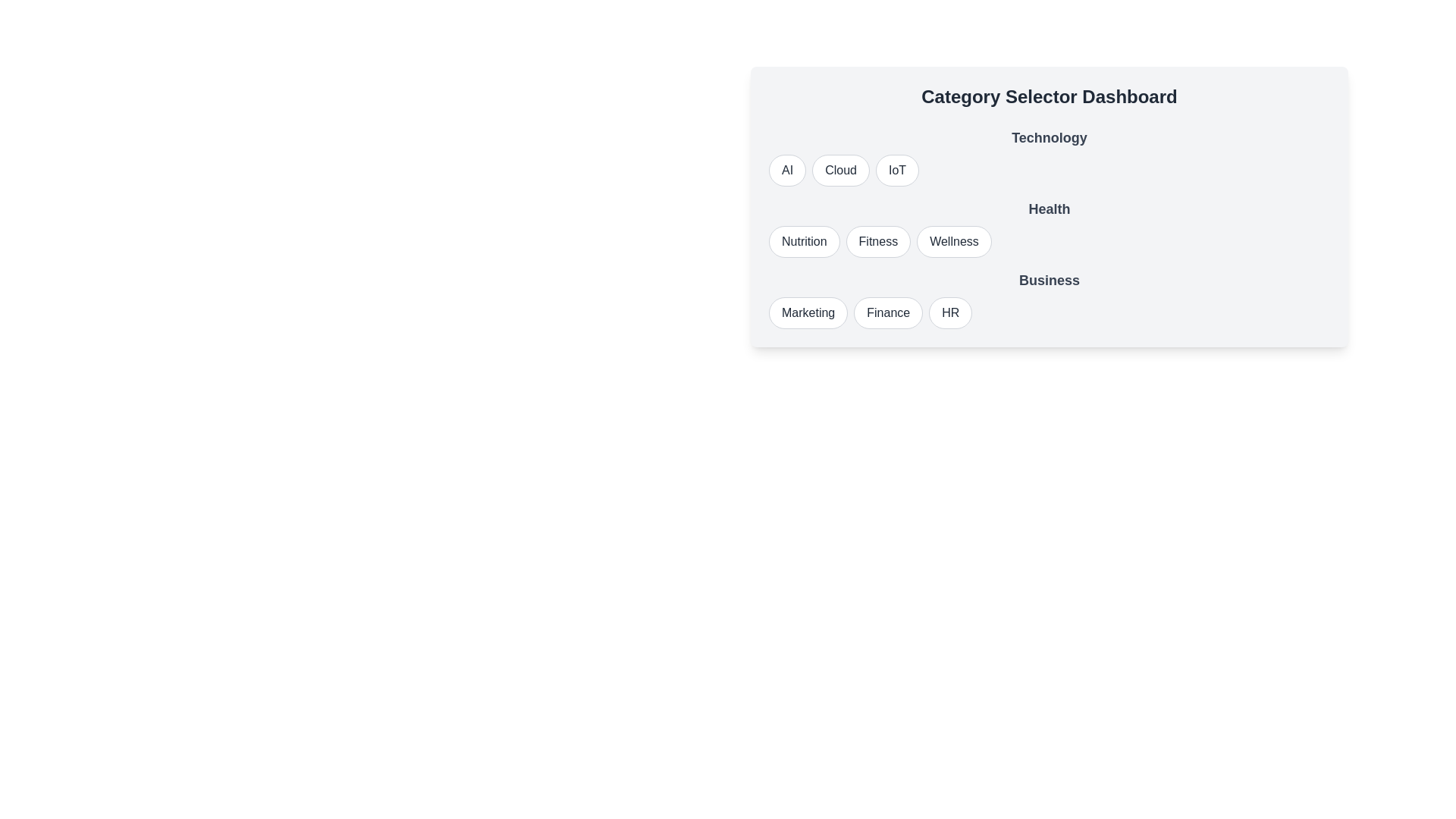  What do you see at coordinates (839, 170) in the screenshot?
I see `the button labeled Cloud to observe its visual change` at bounding box center [839, 170].